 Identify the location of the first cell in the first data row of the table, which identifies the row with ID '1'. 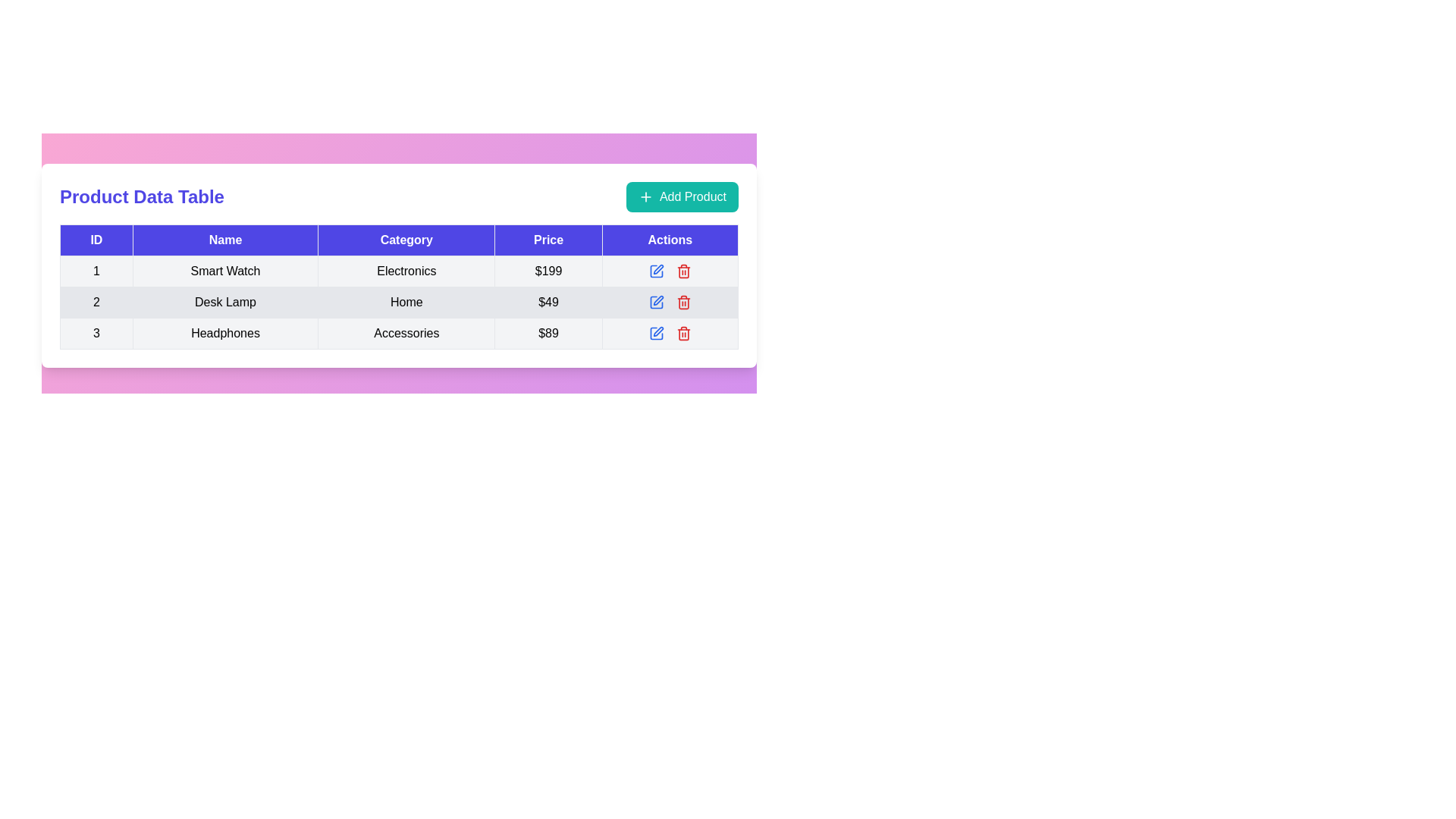
(96, 271).